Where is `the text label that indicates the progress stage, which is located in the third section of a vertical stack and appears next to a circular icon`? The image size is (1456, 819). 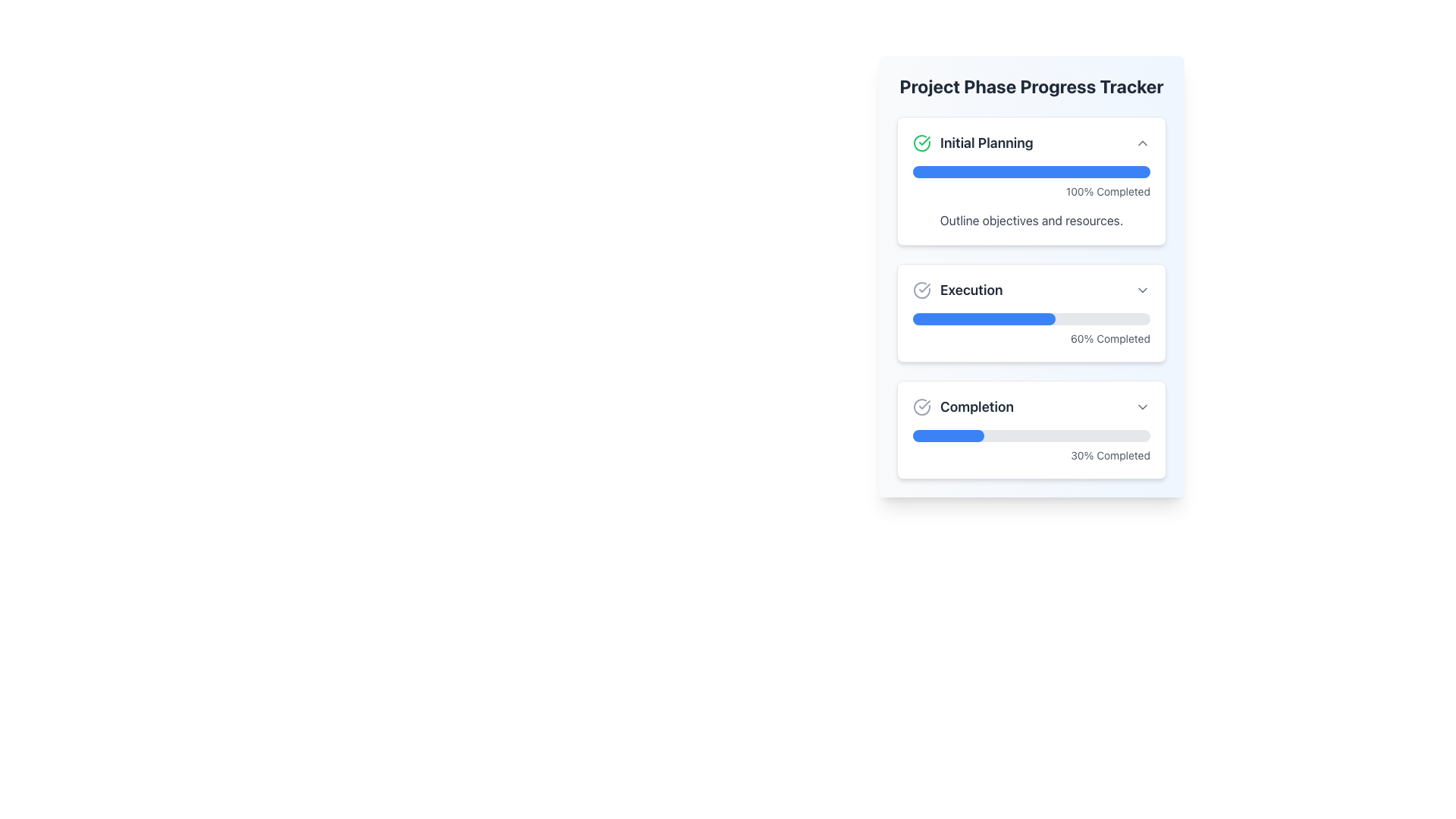
the text label that indicates the progress stage, which is located in the third section of a vertical stack and appears next to a circular icon is located at coordinates (977, 406).